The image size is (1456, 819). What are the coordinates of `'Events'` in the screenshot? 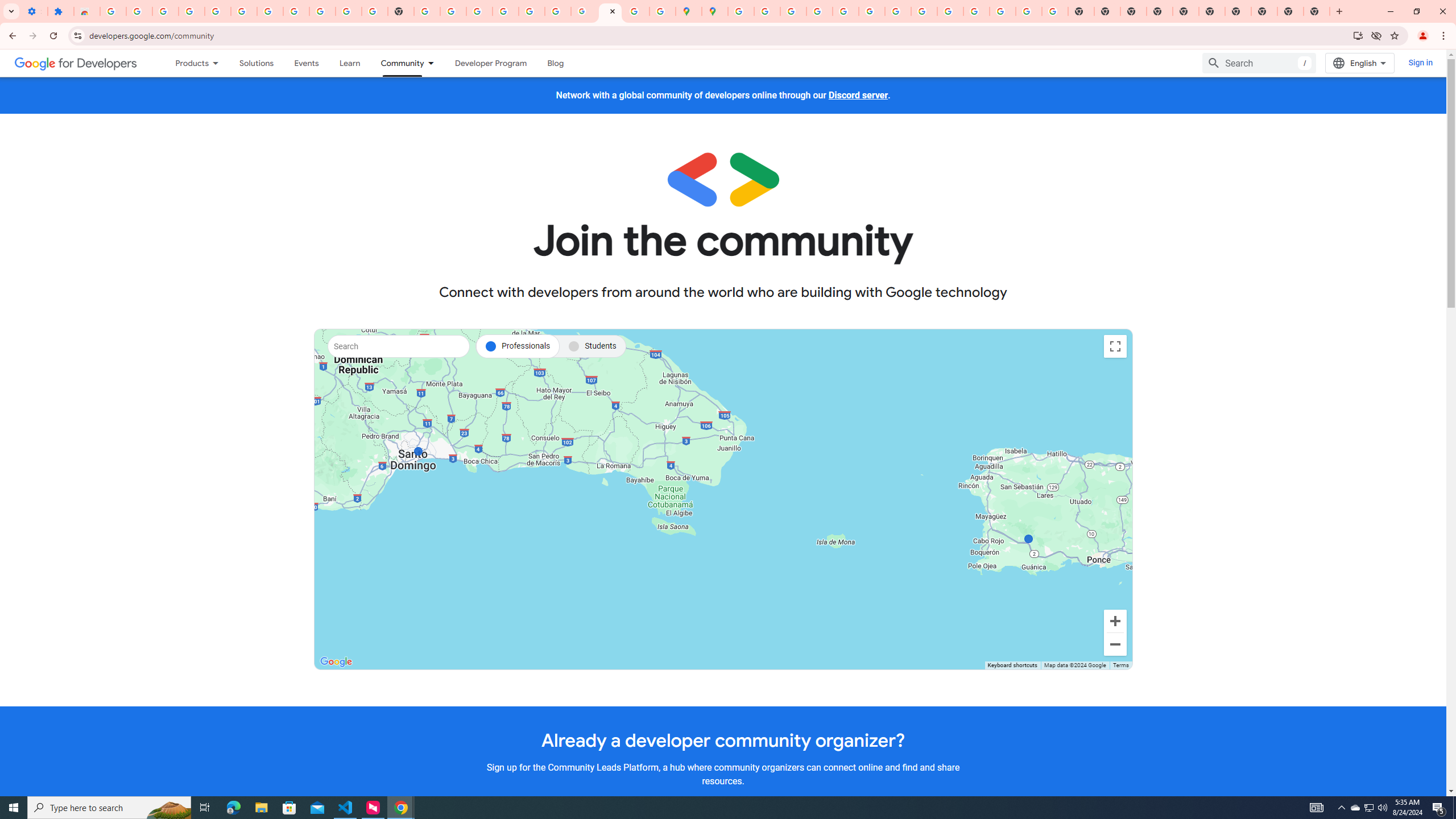 It's located at (306, 63).